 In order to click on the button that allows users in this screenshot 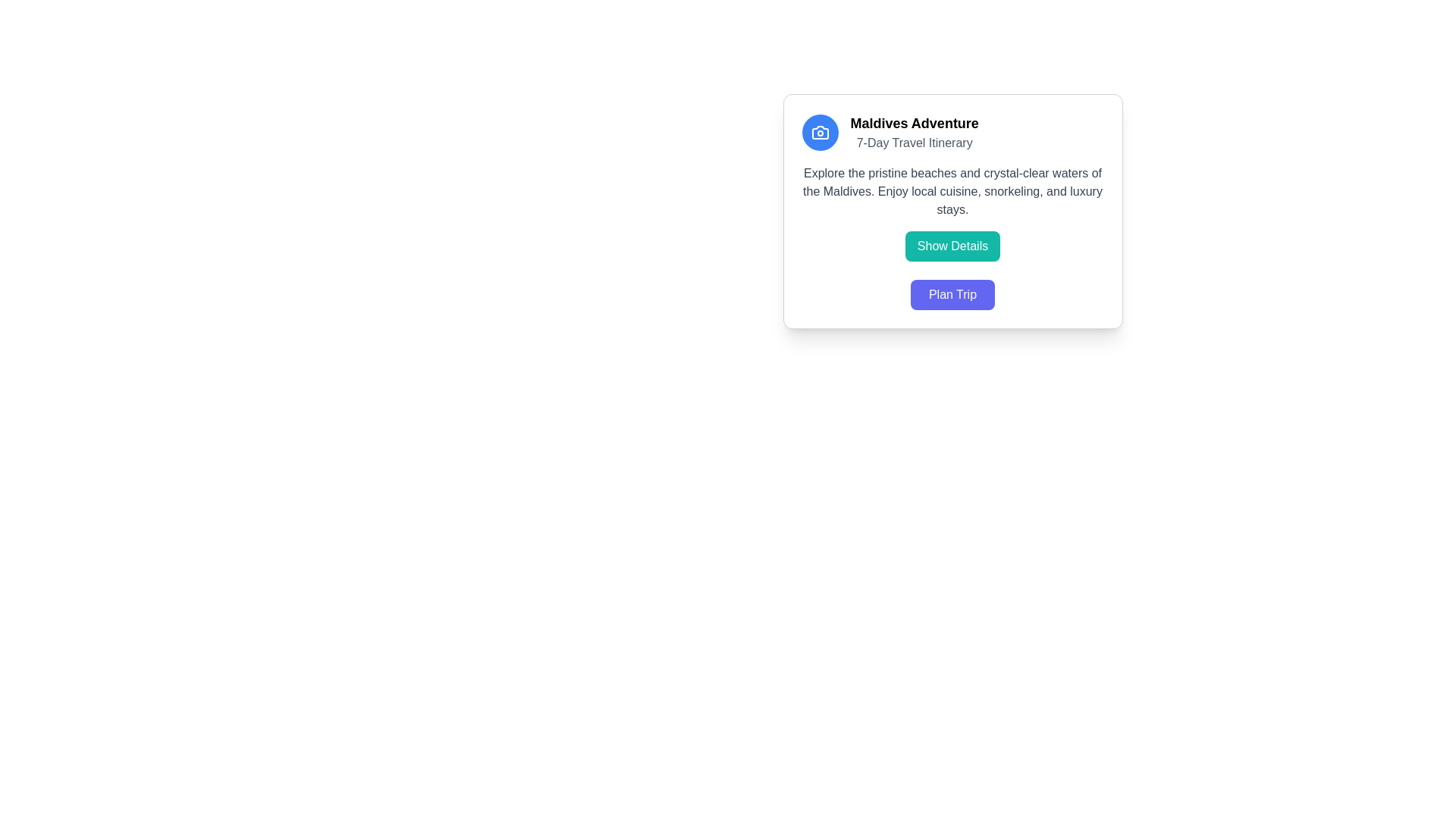, I will do `click(952, 245)`.